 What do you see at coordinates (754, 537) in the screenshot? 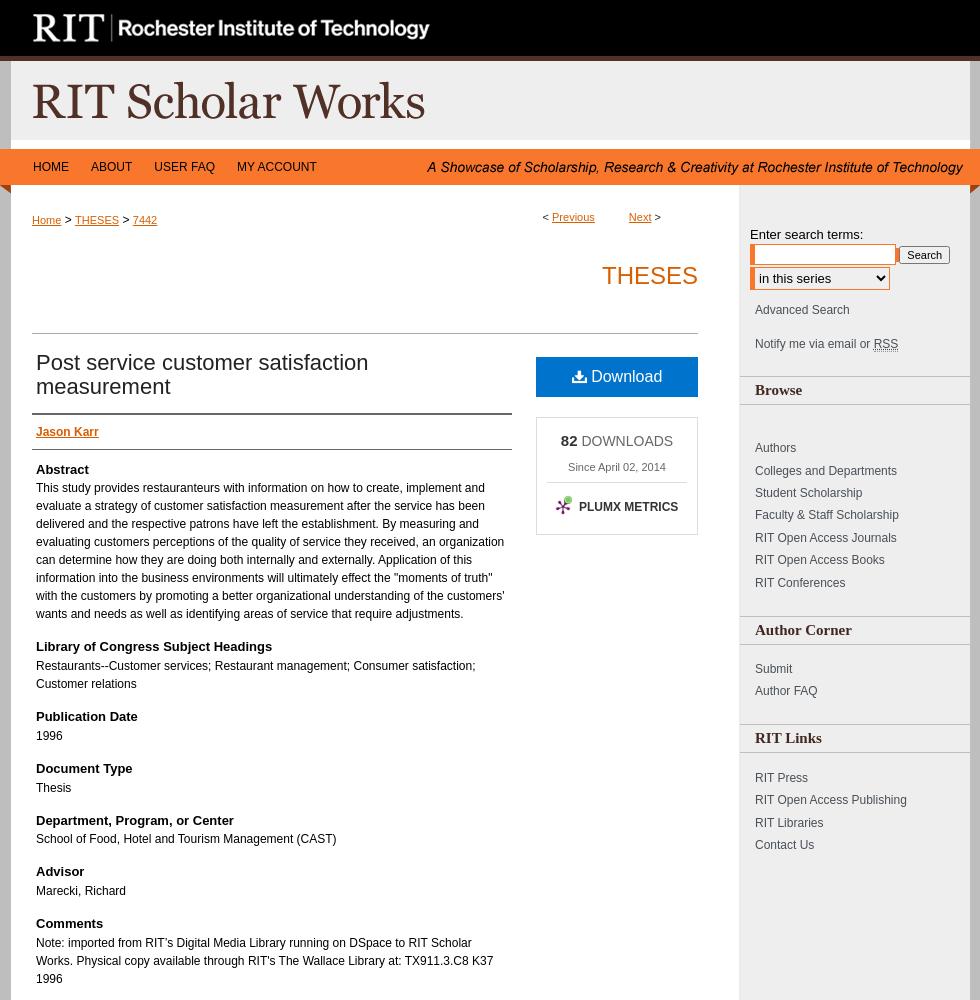
I see `'RIT Open Access Journals'` at bounding box center [754, 537].